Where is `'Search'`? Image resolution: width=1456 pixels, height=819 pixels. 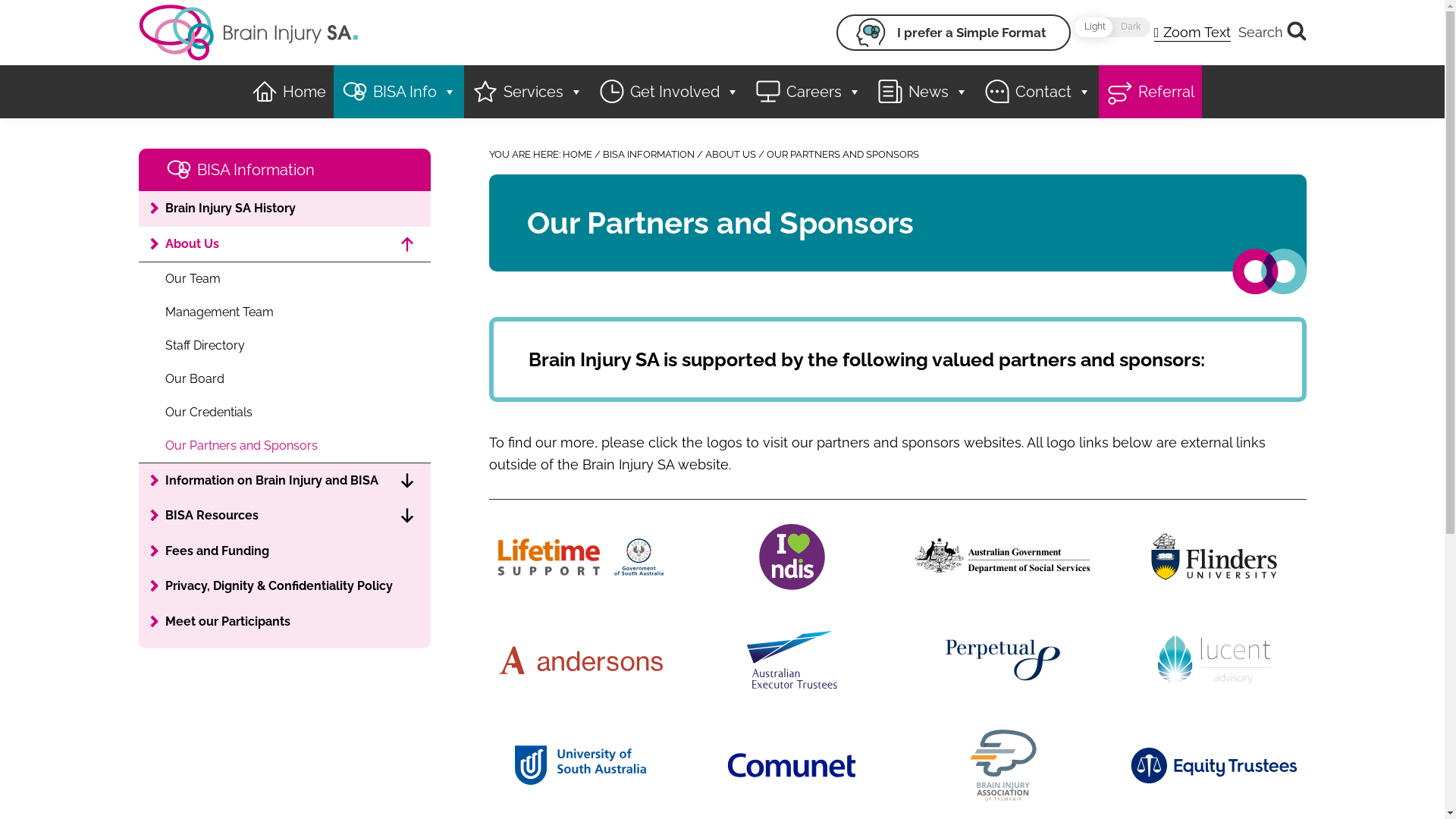
'Search' is located at coordinates (1238, 32).